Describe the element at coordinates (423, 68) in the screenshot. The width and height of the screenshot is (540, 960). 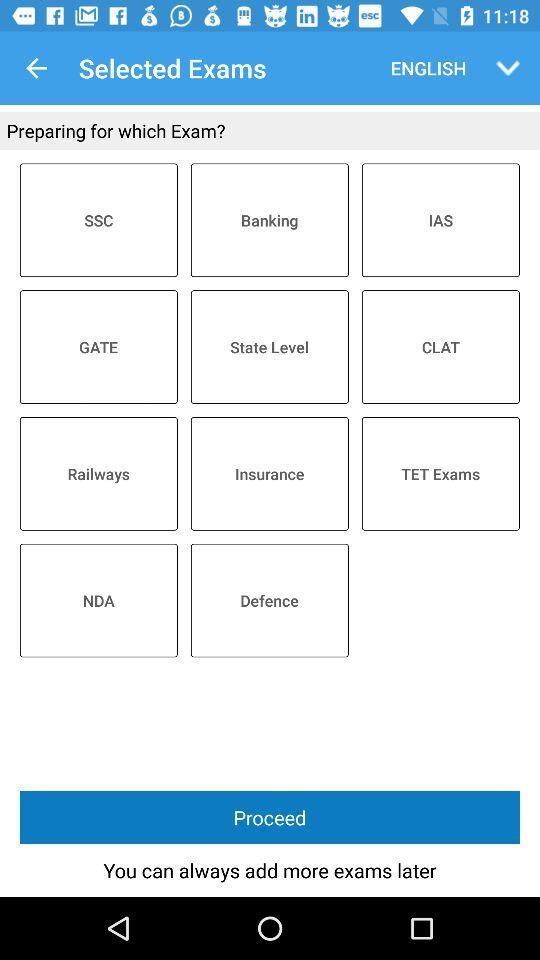
I see `app to the right of the selected exams item` at that location.